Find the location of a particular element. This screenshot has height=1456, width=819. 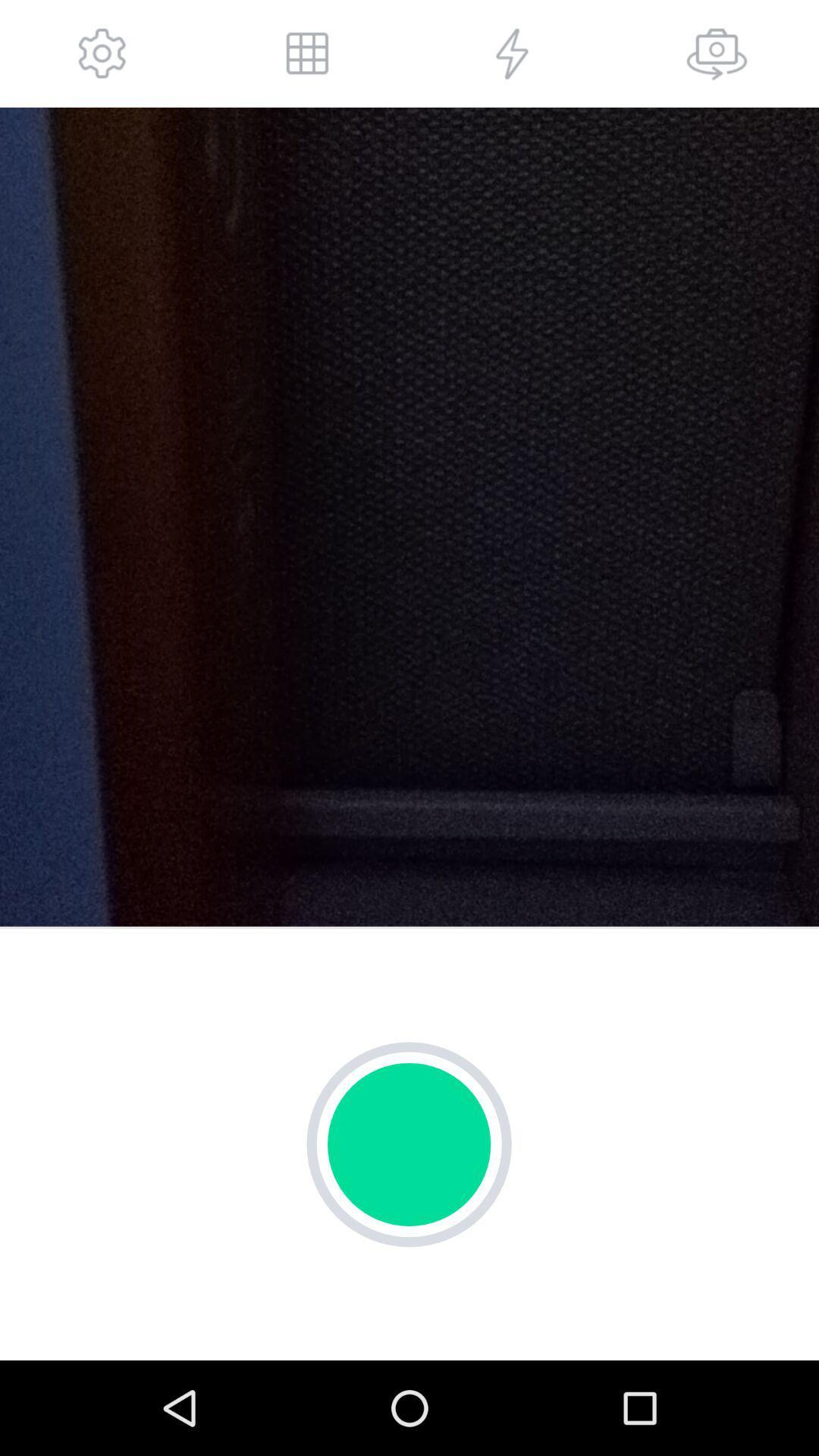

the microphone icon is located at coordinates (717, 57).